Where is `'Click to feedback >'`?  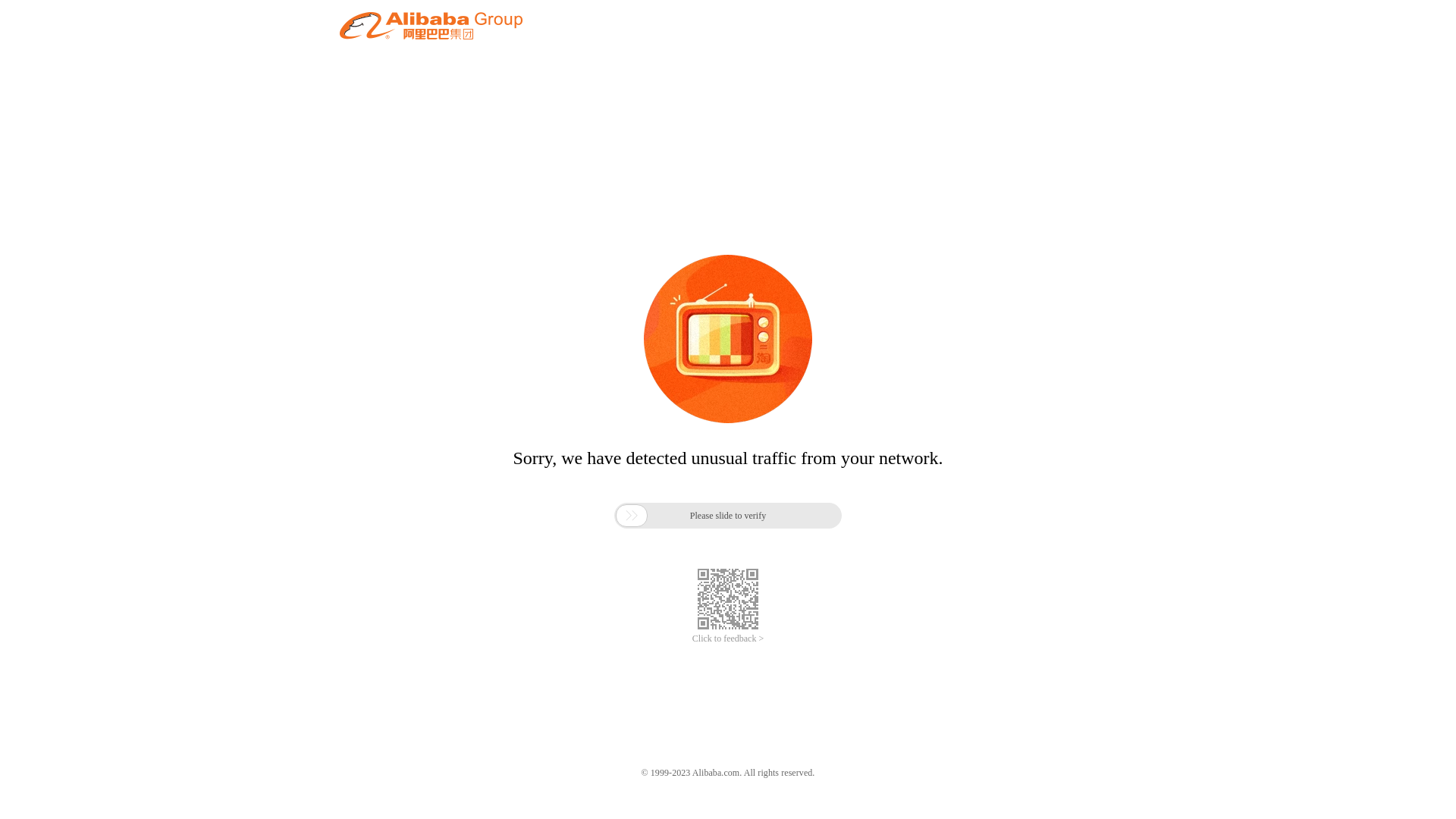
'Click to feedback >' is located at coordinates (691, 639).